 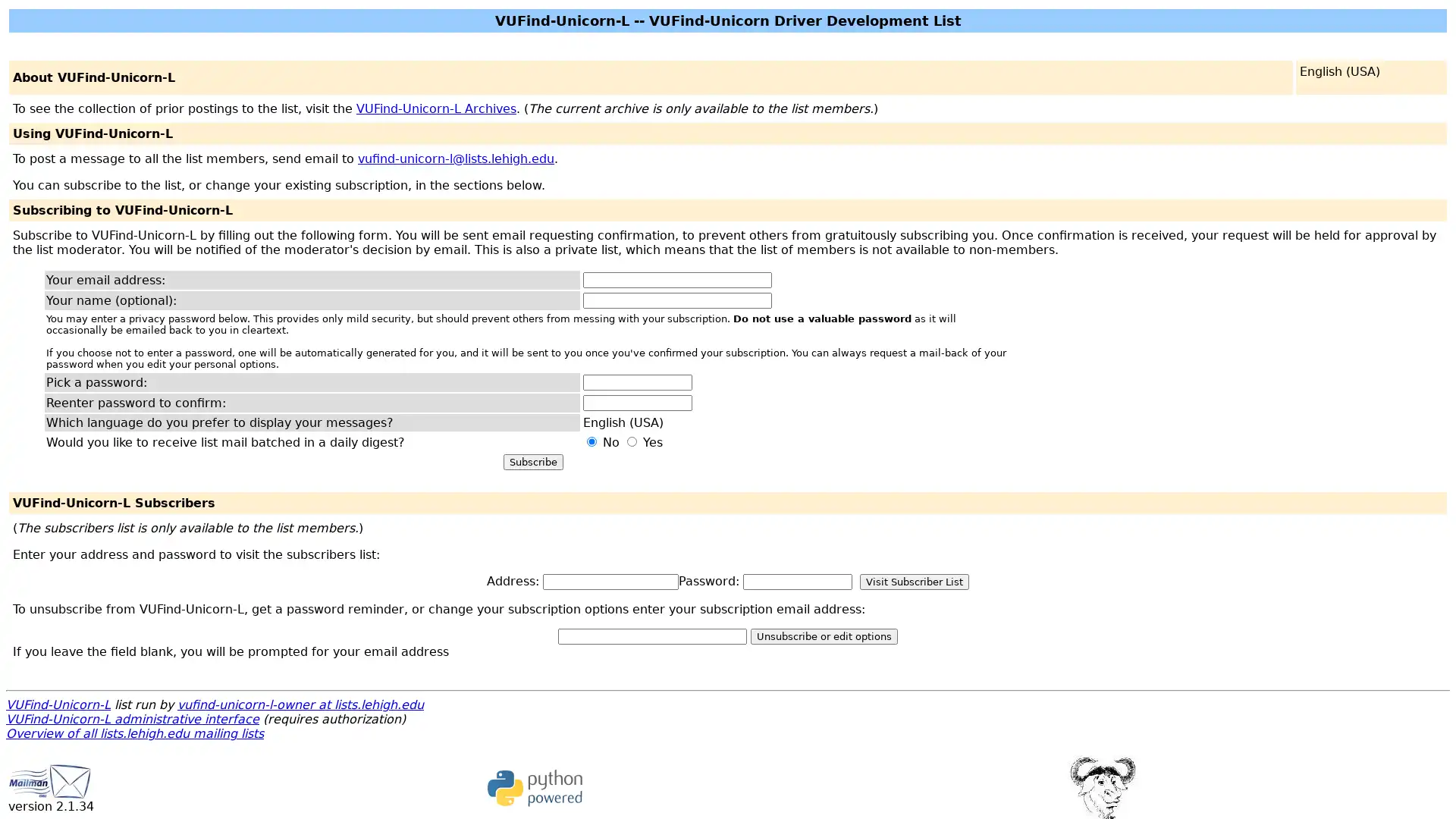 What do you see at coordinates (532, 461) in the screenshot?
I see `Subscribe` at bounding box center [532, 461].